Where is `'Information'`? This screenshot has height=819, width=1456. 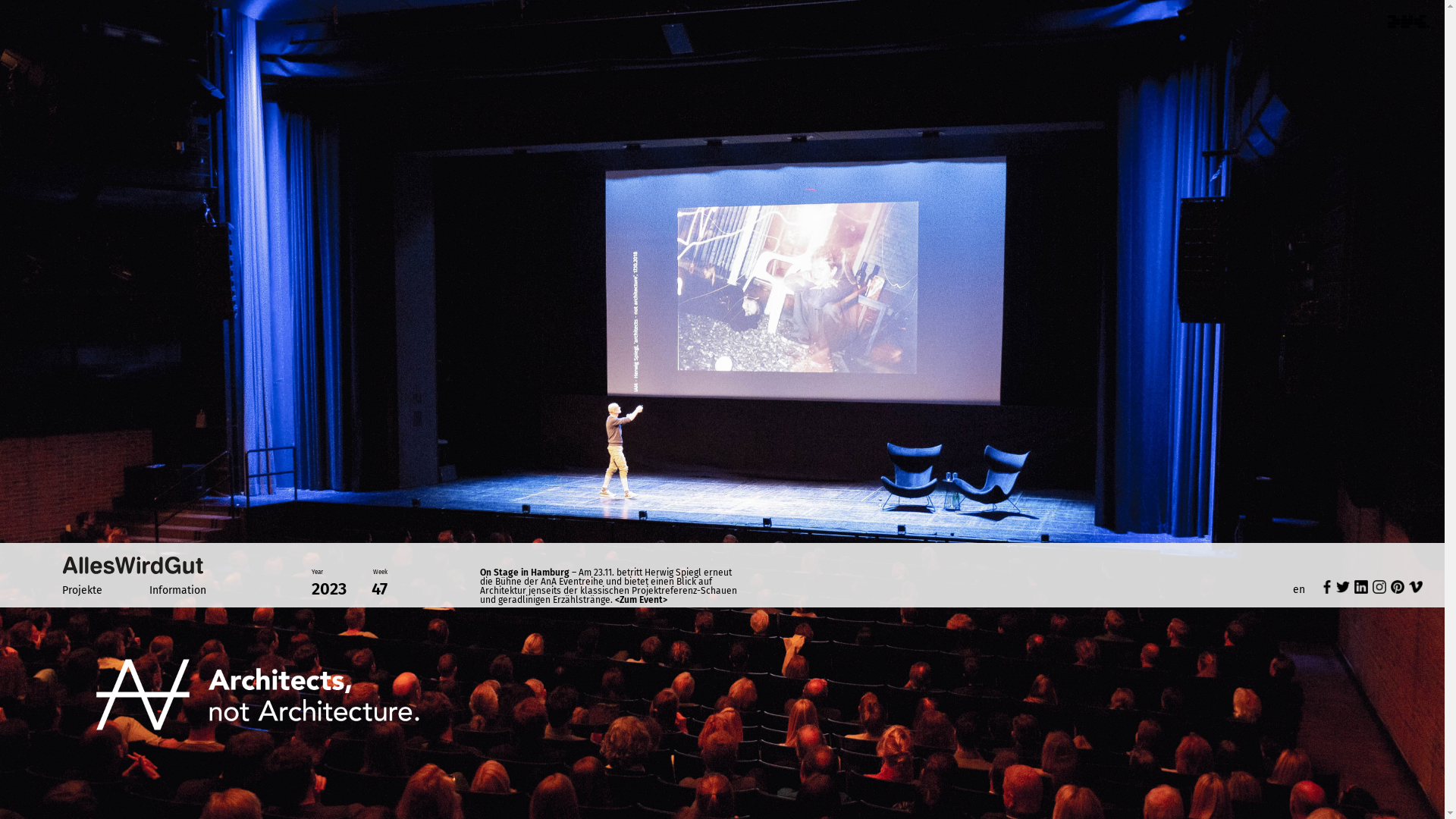 'Information' is located at coordinates (149, 589).